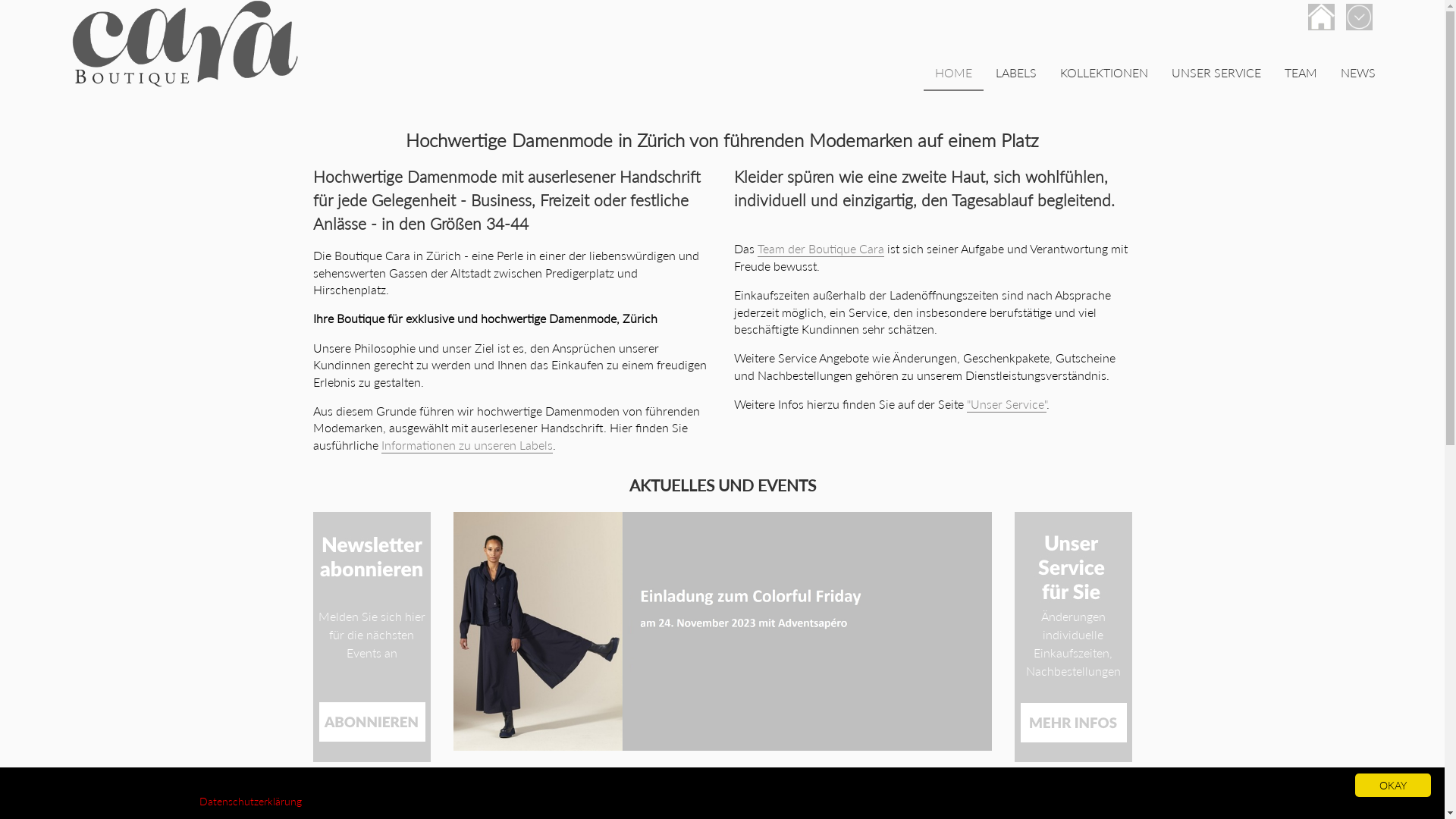  What do you see at coordinates (1357, 74) in the screenshot?
I see `'NEWS'` at bounding box center [1357, 74].